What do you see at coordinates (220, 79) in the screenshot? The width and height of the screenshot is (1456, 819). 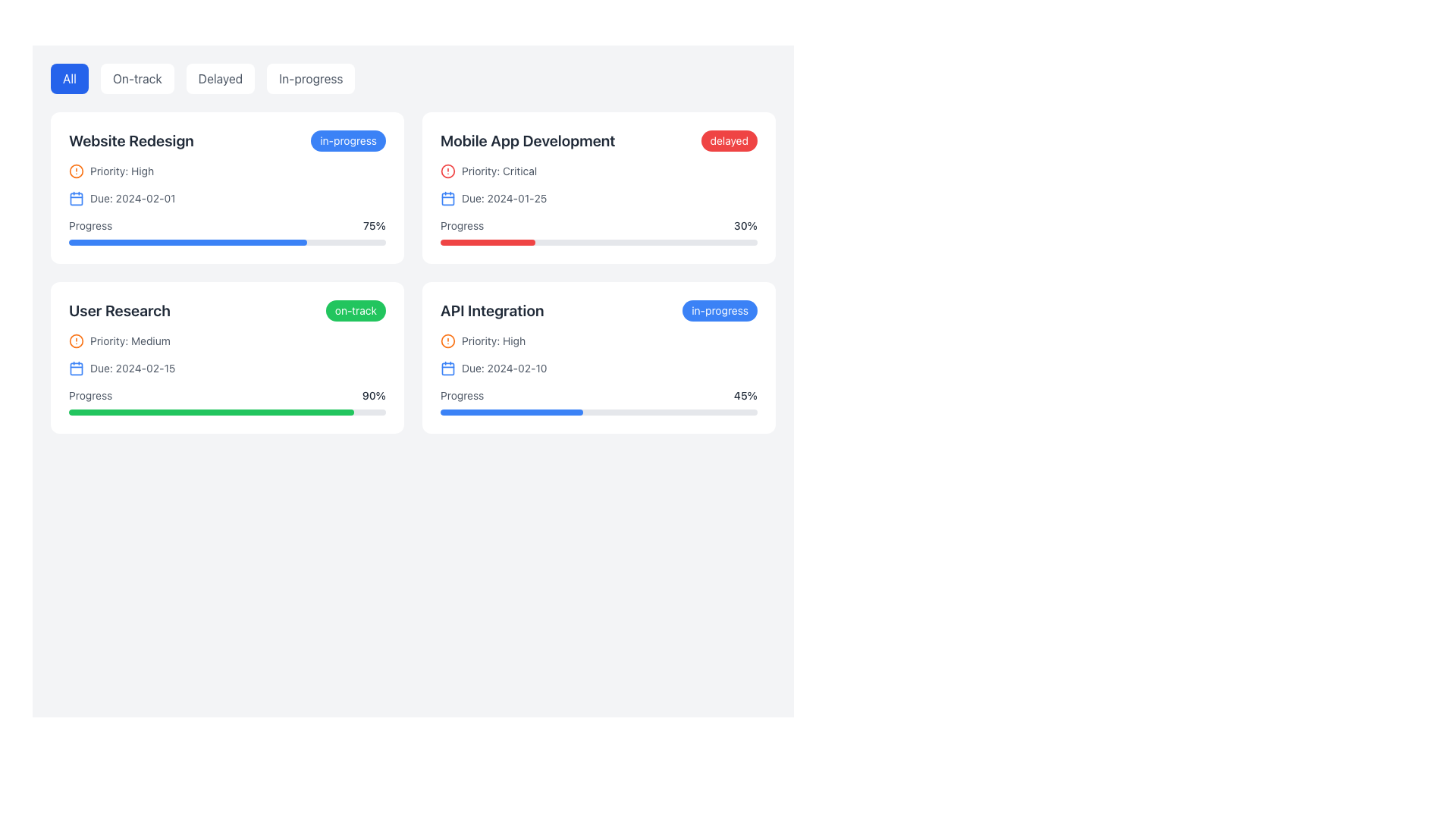 I see `the 'Delayed' button, which is a rectangular button with rounded corners and dark gray text` at bounding box center [220, 79].